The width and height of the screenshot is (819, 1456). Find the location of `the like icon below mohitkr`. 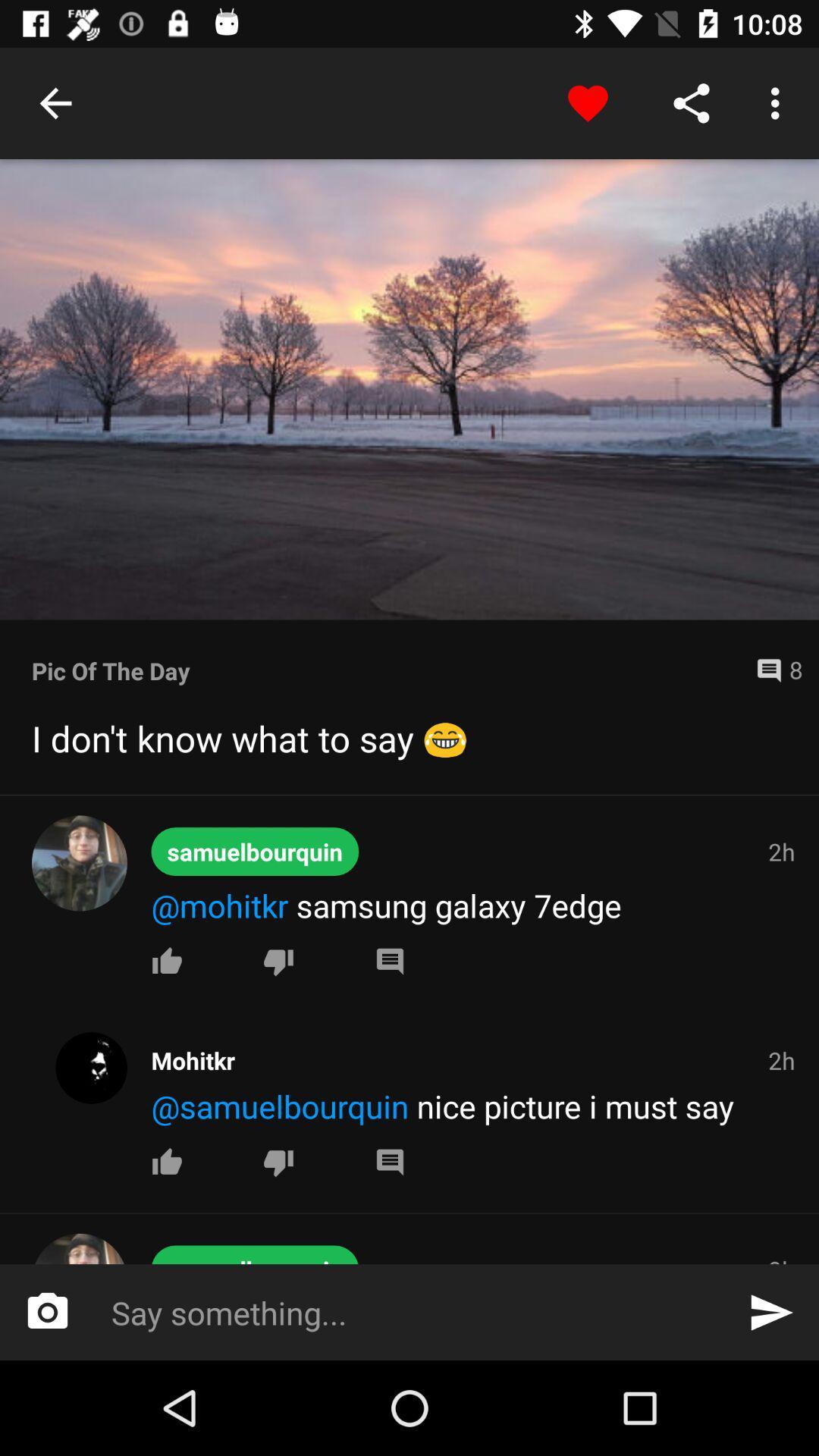

the like icon below mohitkr is located at coordinates (167, 960).